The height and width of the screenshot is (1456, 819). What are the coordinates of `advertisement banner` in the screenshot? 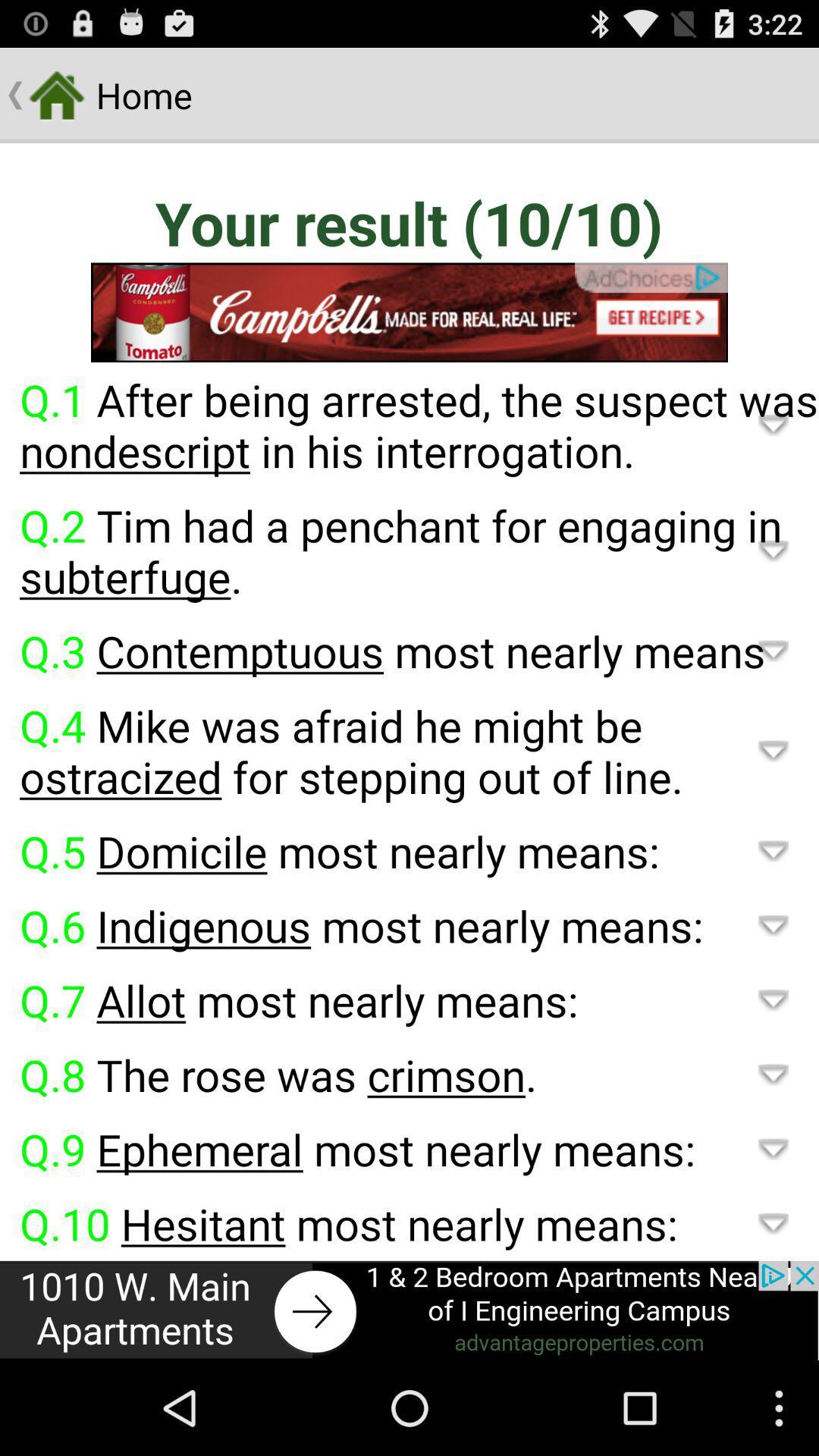 It's located at (409, 312).